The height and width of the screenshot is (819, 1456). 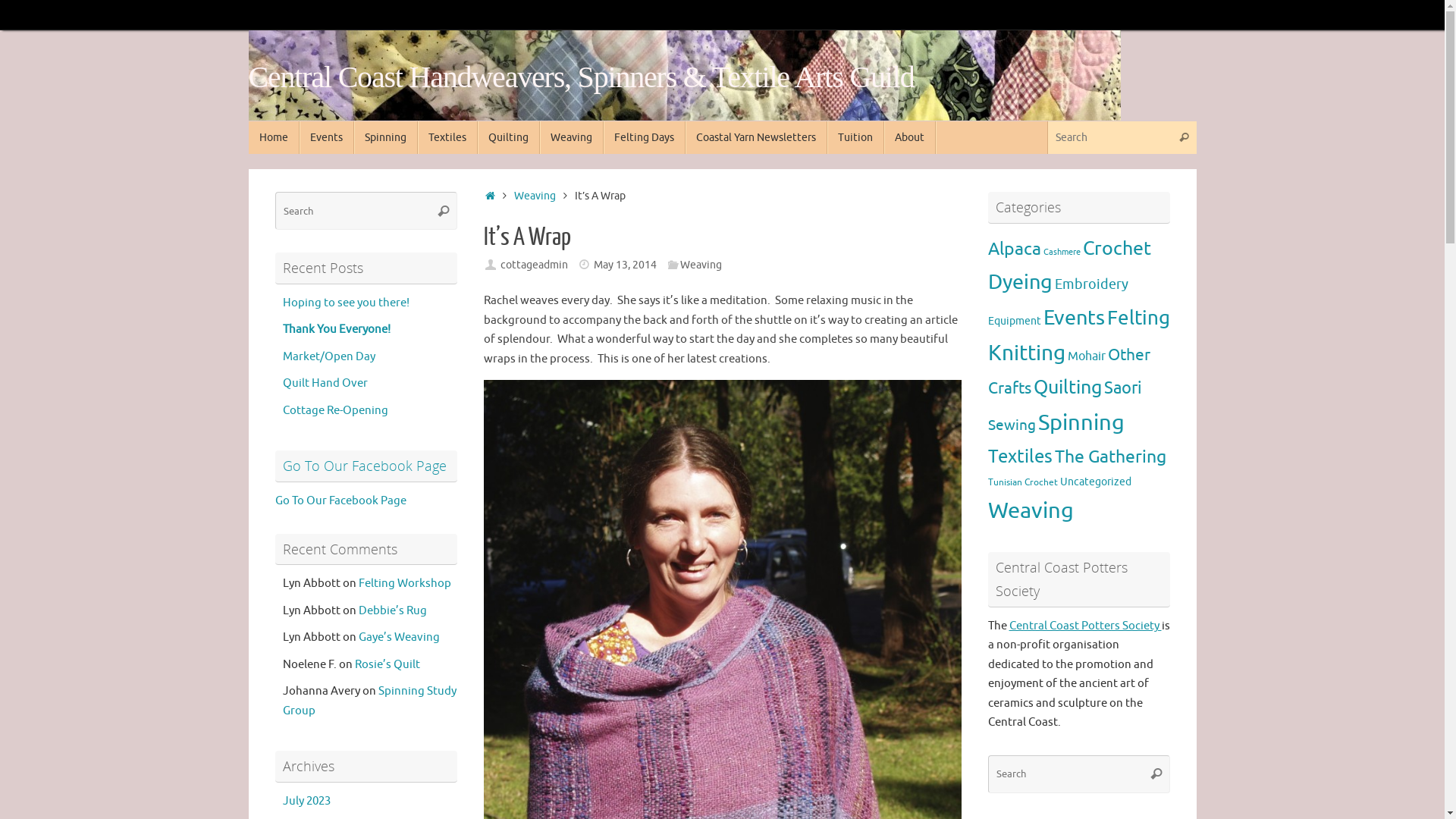 I want to click on 'Thank You Everyone!', so click(x=334, y=328).